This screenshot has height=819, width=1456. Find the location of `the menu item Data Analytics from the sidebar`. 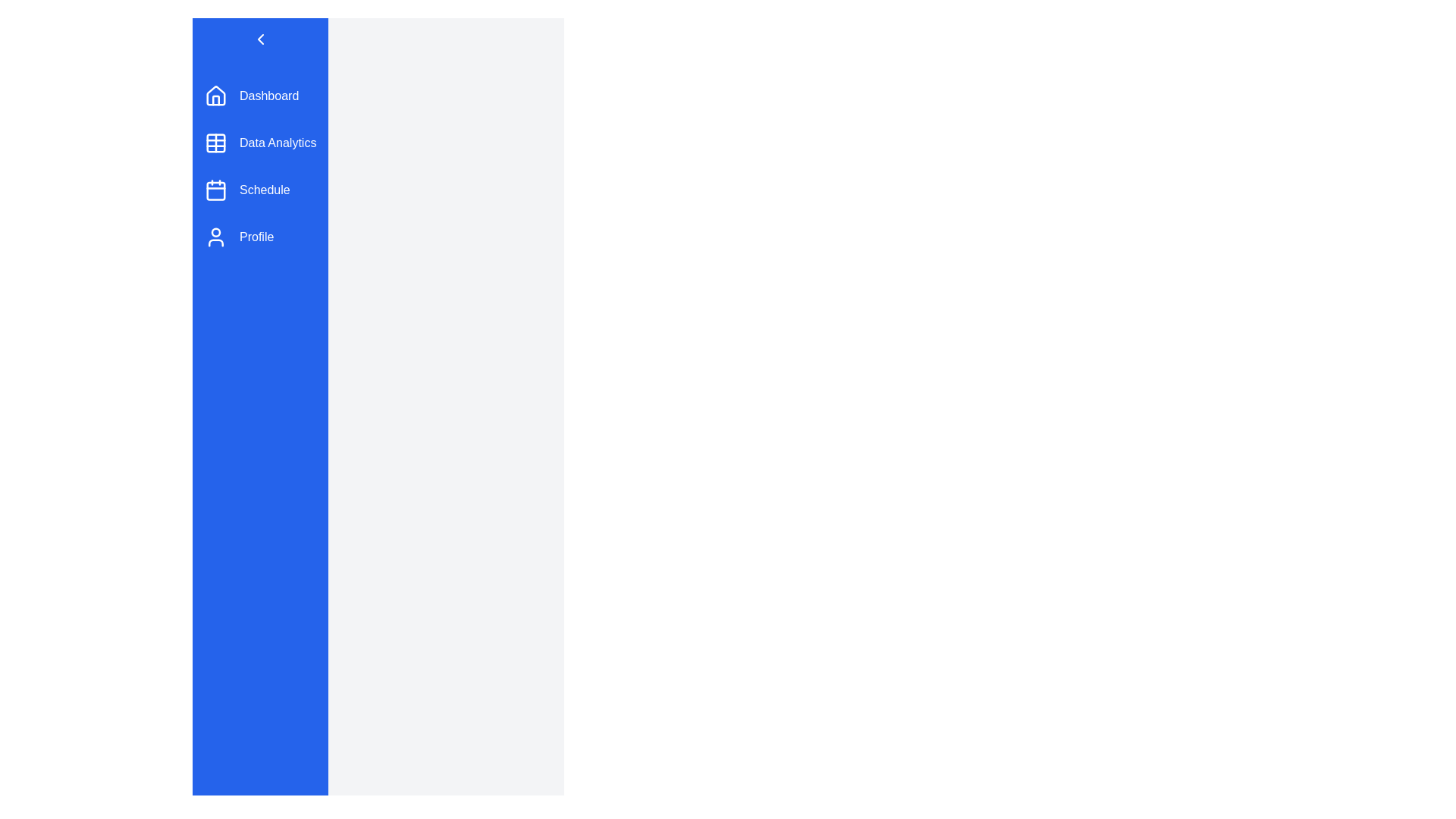

the menu item Data Analytics from the sidebar is located at coordinates (260, 143).